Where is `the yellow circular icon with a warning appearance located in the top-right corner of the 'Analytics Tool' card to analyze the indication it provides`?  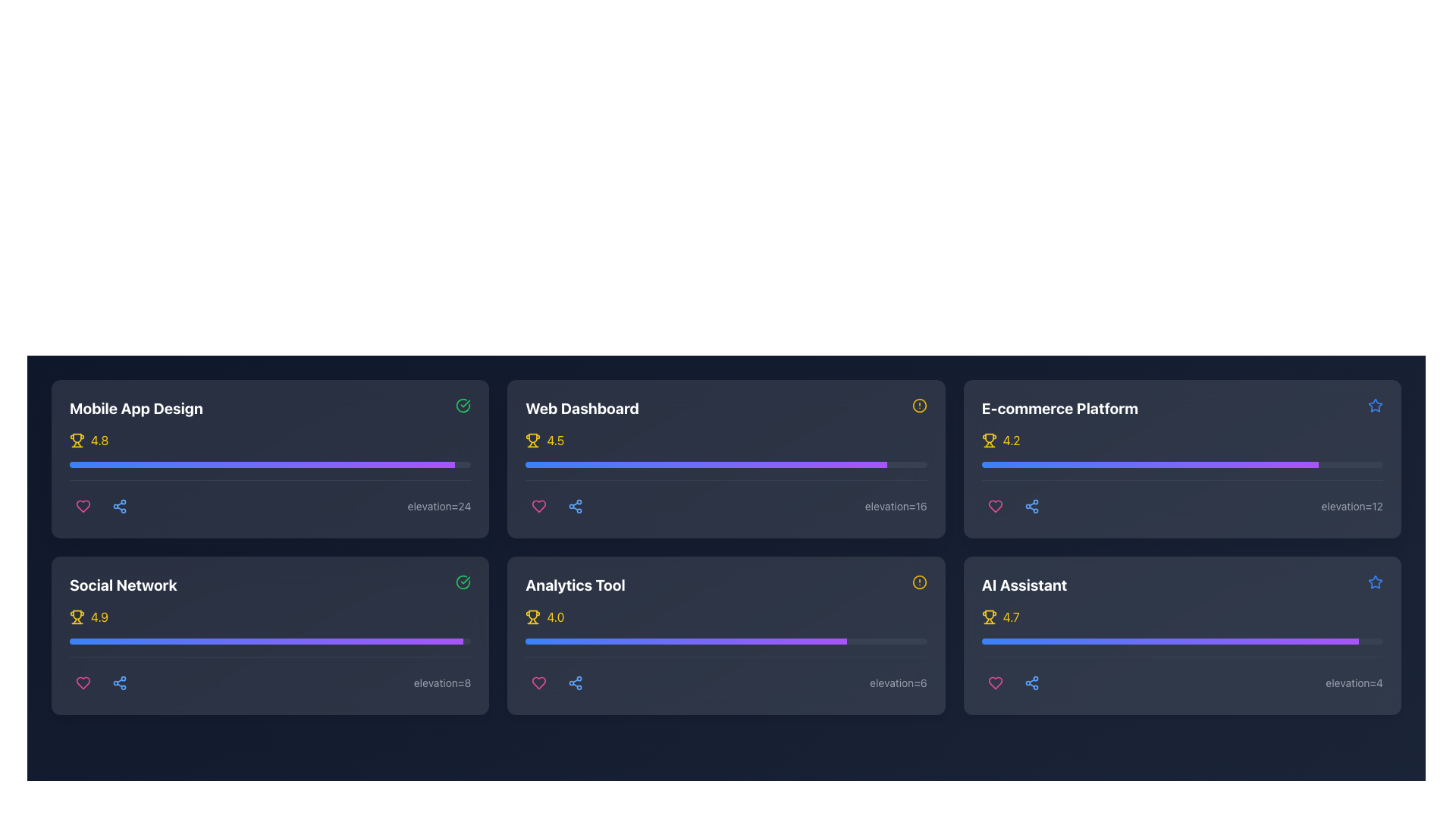 the yellow circular icon with a warning appearance located in the top-right corner of the 'Analytics Tool' card to analyze the indication it provides is located at coordinates (918, 581).